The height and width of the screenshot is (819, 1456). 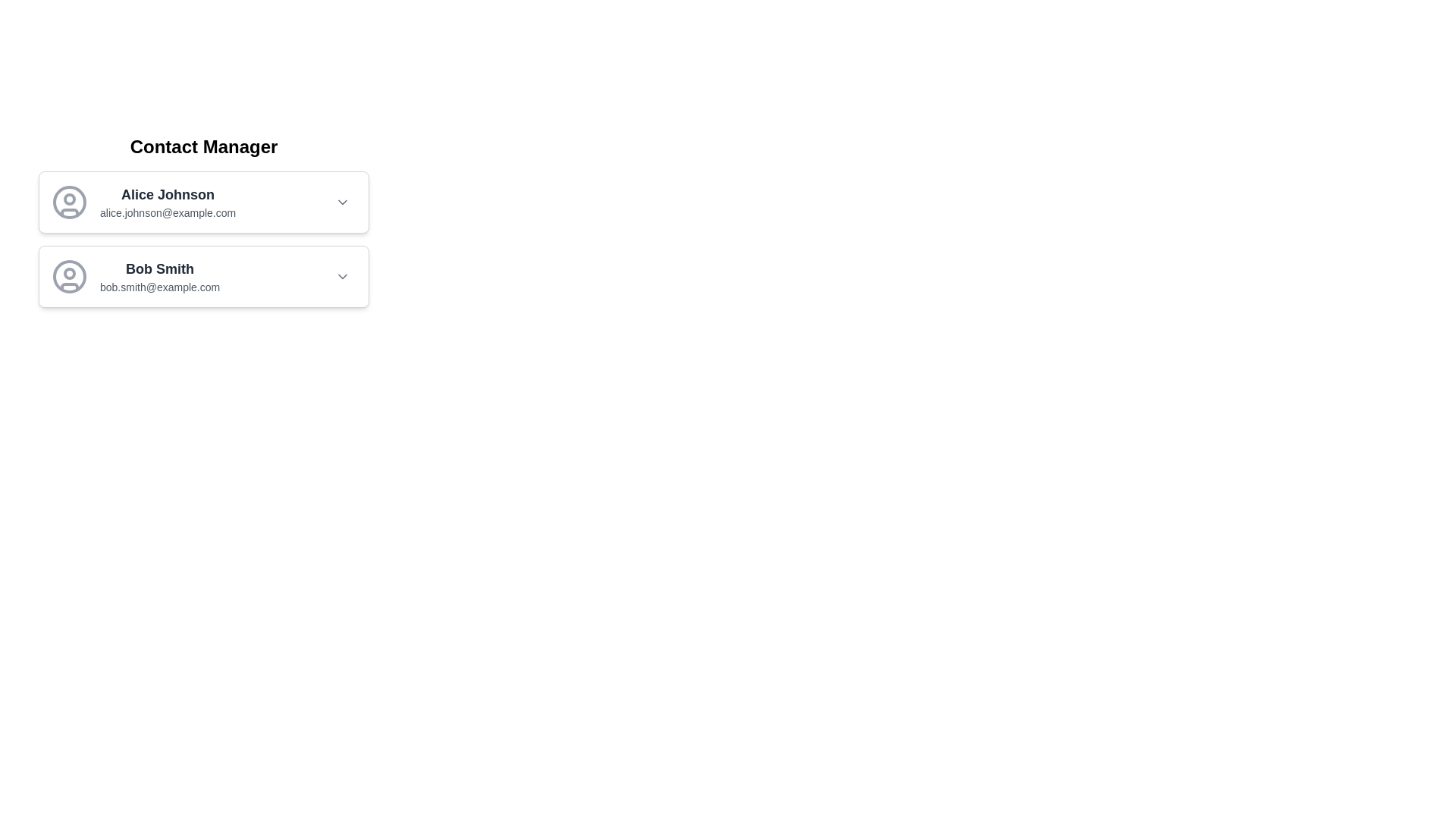 What do you see at coordinates (168, 213) in the screenshot?
I see `the text label displaying an email address below 'Alice Johnson' in the contact information card` at bounding box center [168, 213].